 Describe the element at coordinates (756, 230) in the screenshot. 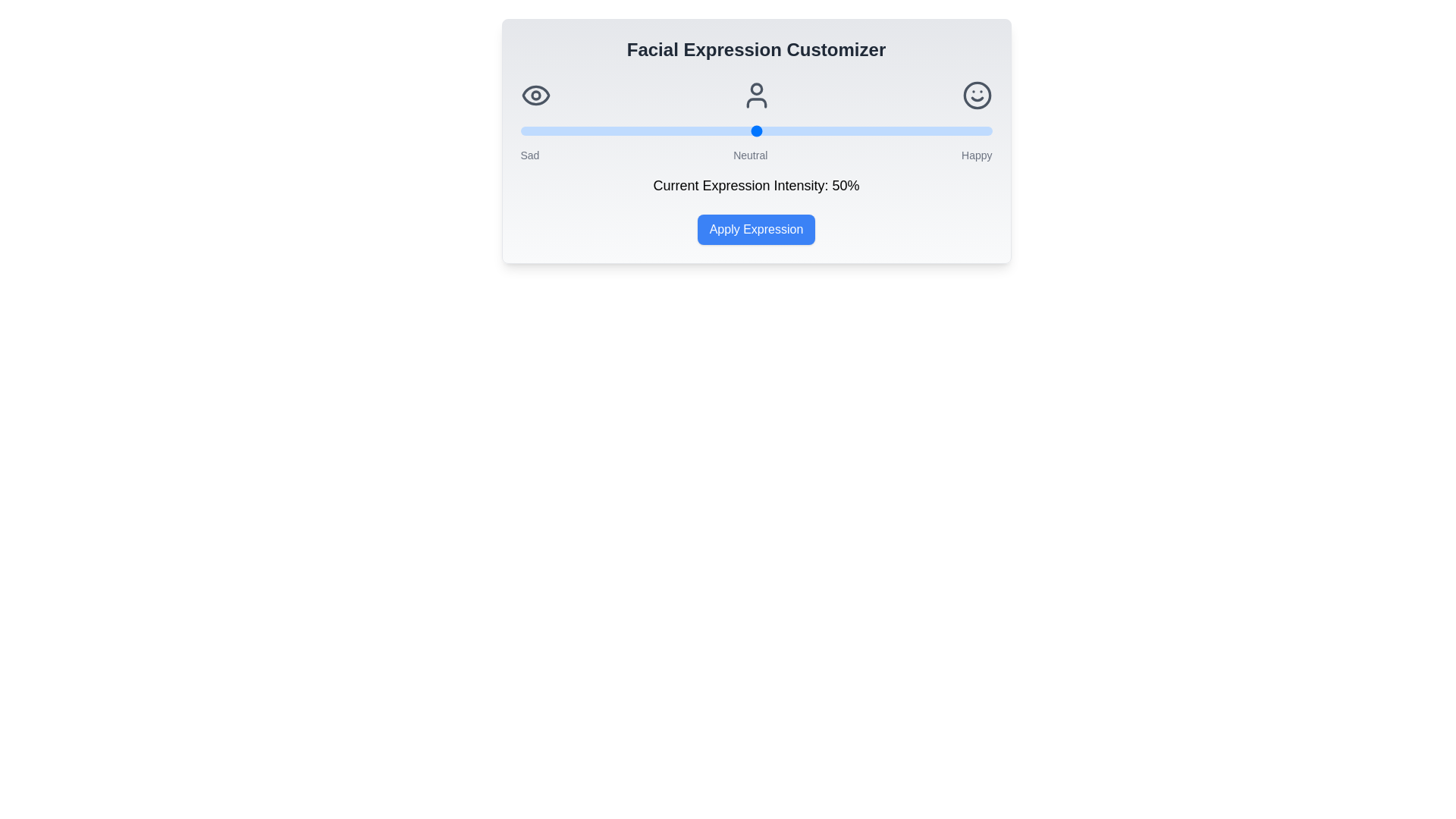

I see `the 'Apply Expression' button to finalize the selected expression` at that location.